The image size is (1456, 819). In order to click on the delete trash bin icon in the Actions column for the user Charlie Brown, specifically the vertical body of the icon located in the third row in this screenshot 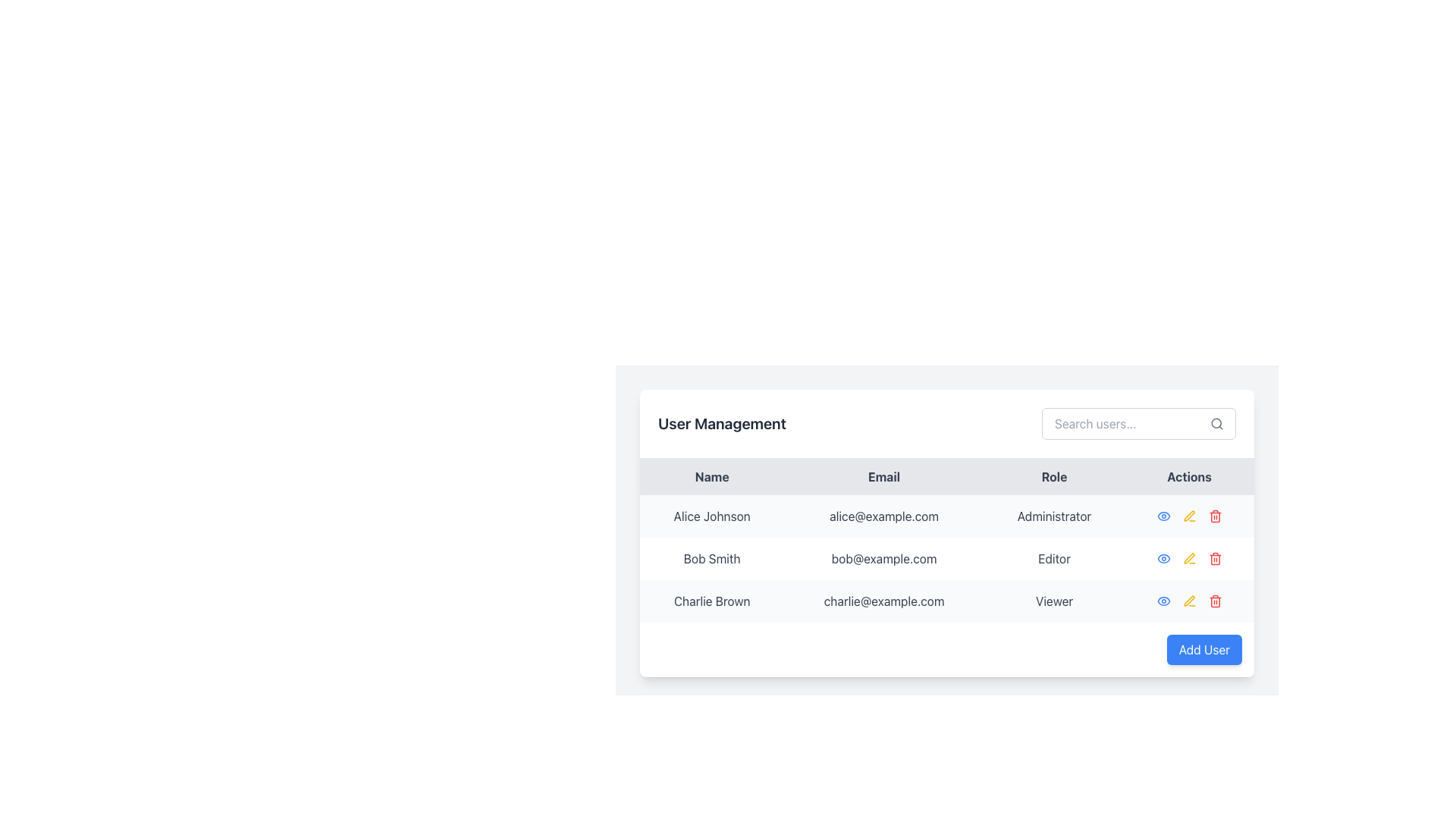, I will do `click(1215, 516)`.